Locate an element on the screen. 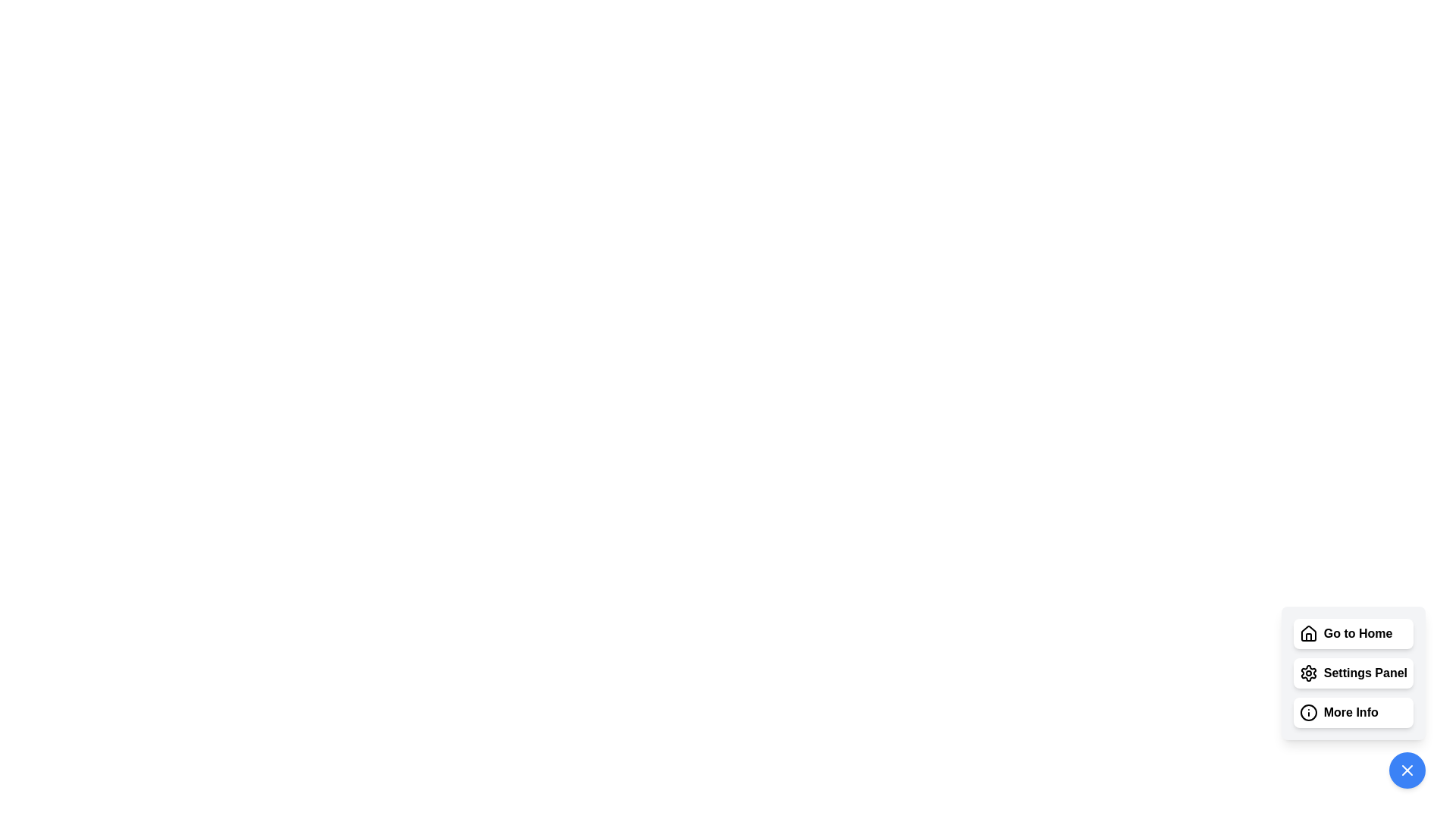  text from the 'Settings Panel' label located in the lower-right corner of the interface, next to the gear icon is located at coordinates (1365, 672).